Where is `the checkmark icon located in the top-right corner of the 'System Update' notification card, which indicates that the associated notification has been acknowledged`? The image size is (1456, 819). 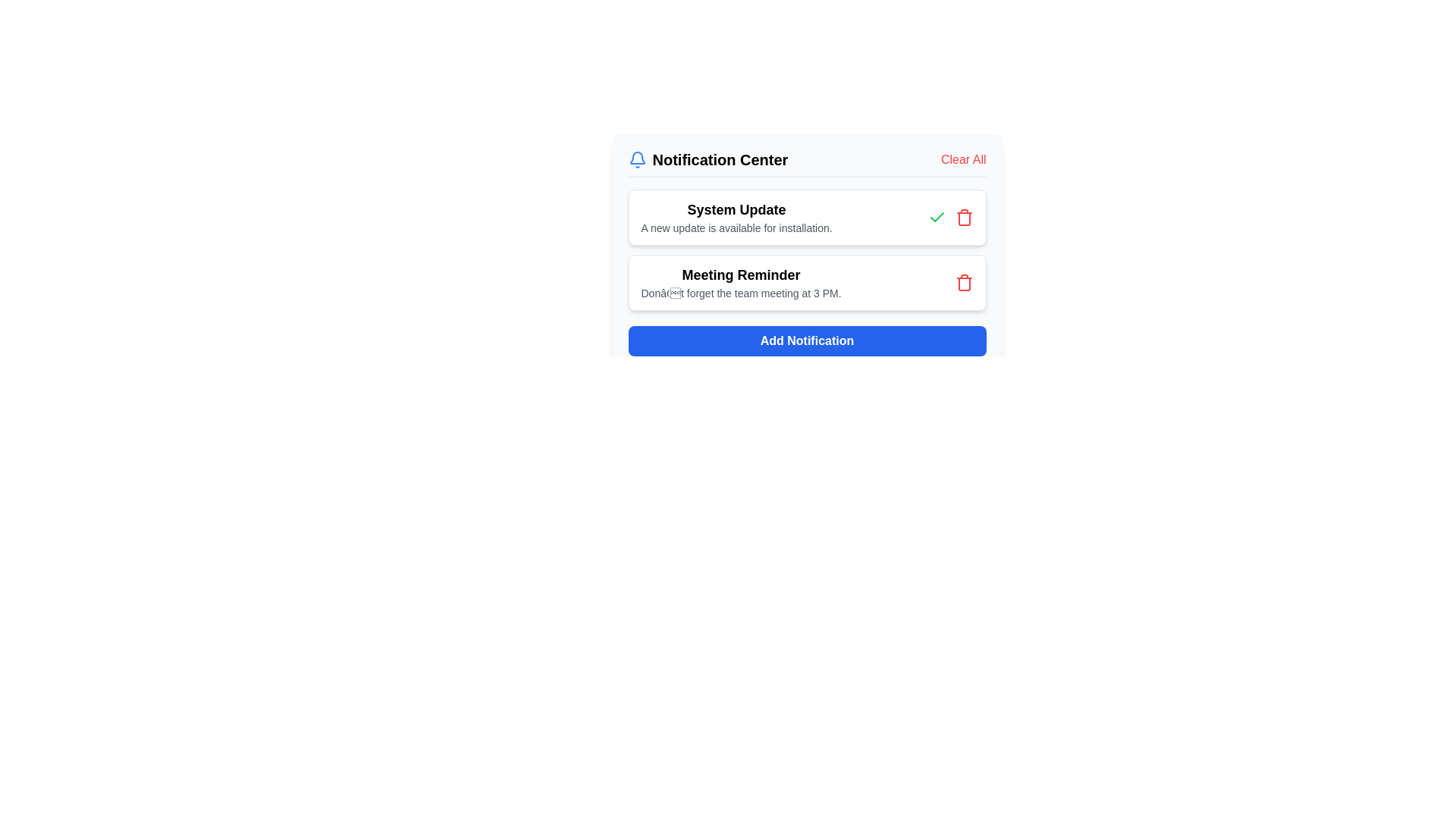 the checkmark icon located in the top-right corner of the 'System Update' notification card, which indicates that the associated notification has been acknowledged is located at coordinates (936, 217).